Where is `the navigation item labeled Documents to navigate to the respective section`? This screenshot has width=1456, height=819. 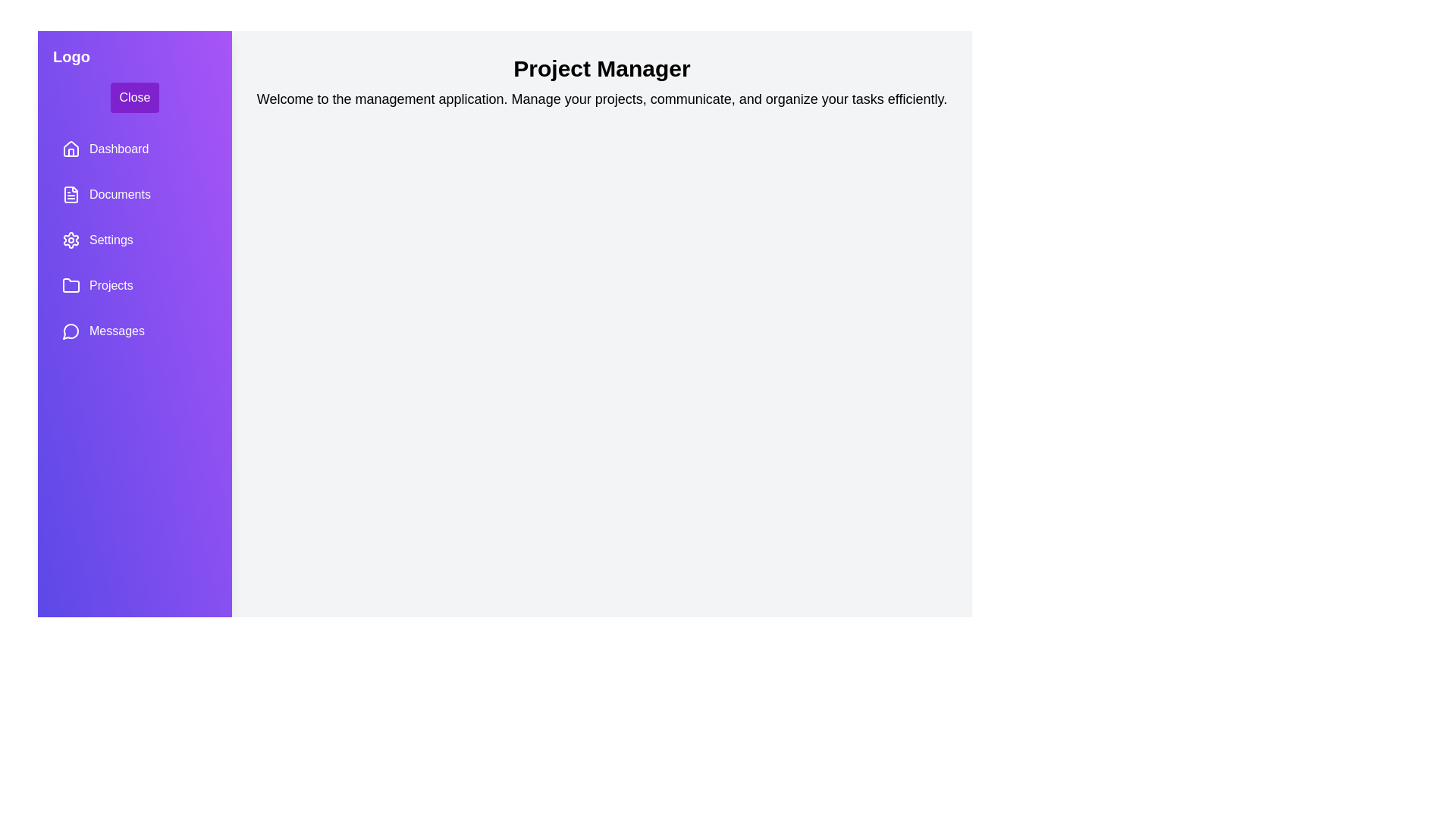
the navigation item labeled Documents to navigate to the respective section is located at coordinates (134, 194).